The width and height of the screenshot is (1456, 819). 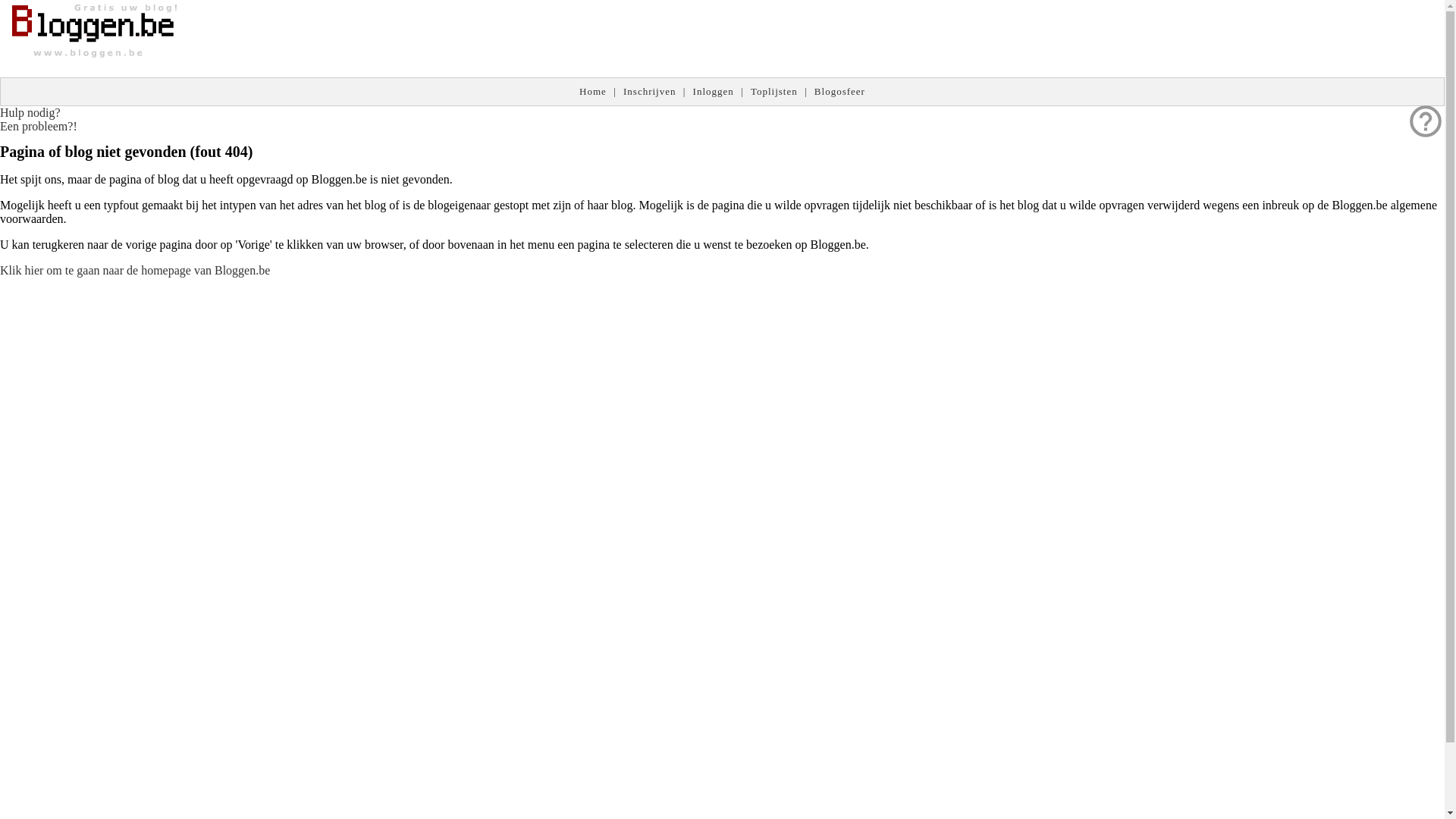 What do you see at coordinates (134, 269) in the screenshot?
I see `'Klik hier om te gaan naar de homepage van Bloggen.be'` at bounding box center [134, 269].